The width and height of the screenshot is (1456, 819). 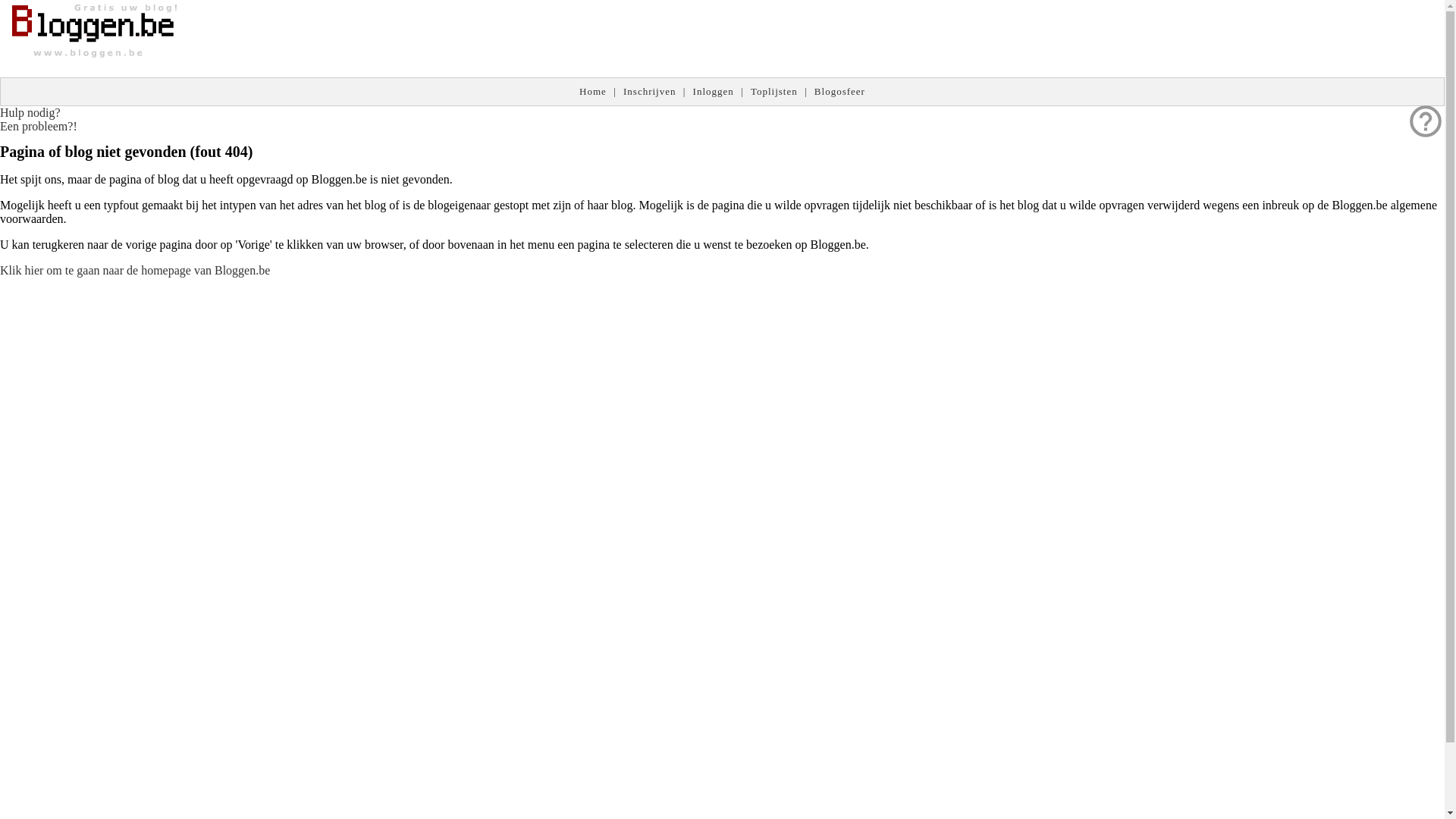 What do you see at coordinates (134, 269) in the screenshot?
I see `'Klik hier om te gaan naar de homepage van Bloggen.be'` at bounding box center [134, 269].